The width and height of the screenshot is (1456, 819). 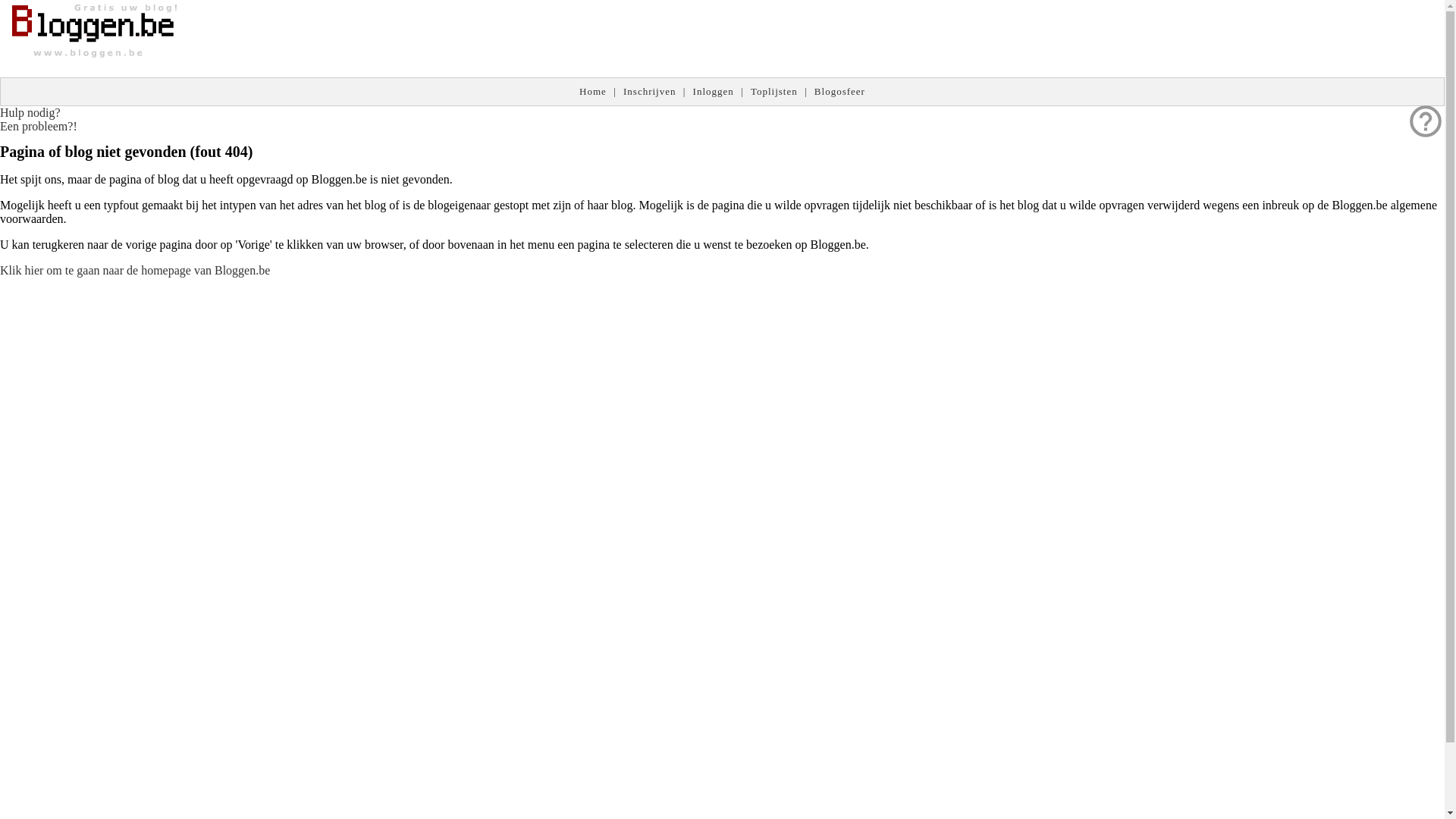 What do you see at coordinates (134, 269) in the screenshot?
I see `'Klik hier om te gaan naar de homepage van Bloggen.be'` at bounding box center [134, 269].